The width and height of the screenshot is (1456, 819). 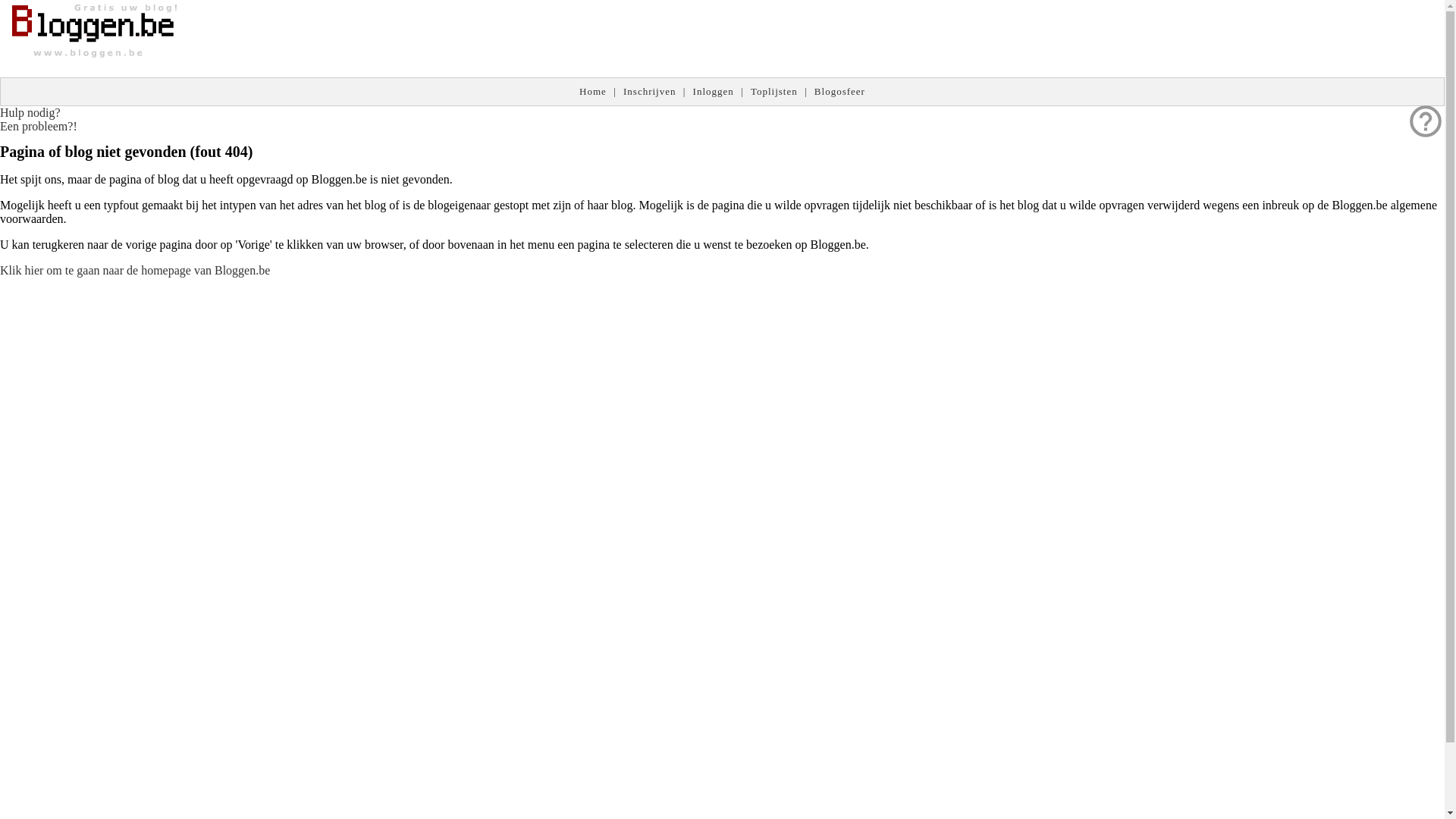 What do you see at coordinates (134, 269) in the screenshot?
I see `'Klik hier om te gaan naar de homepage van Bloggen.be'` at bounding box center [134, 269].